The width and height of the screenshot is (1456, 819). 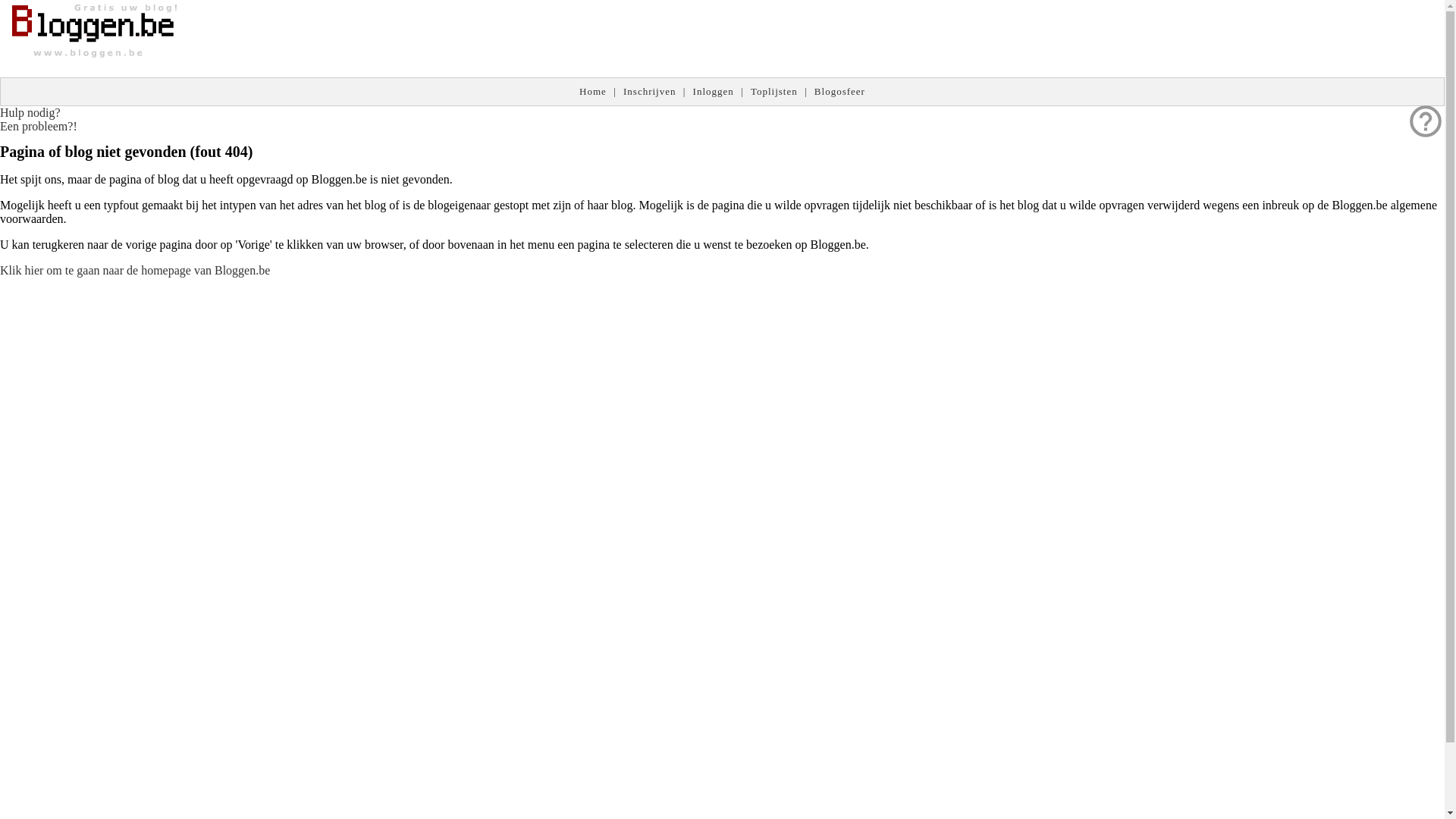 What do you see at coordinates (134, 269) in the screenshot?
I see `'Klik hier om te gaan naar de homepage van Bloggen.be'` at bounding box center [134, 269].